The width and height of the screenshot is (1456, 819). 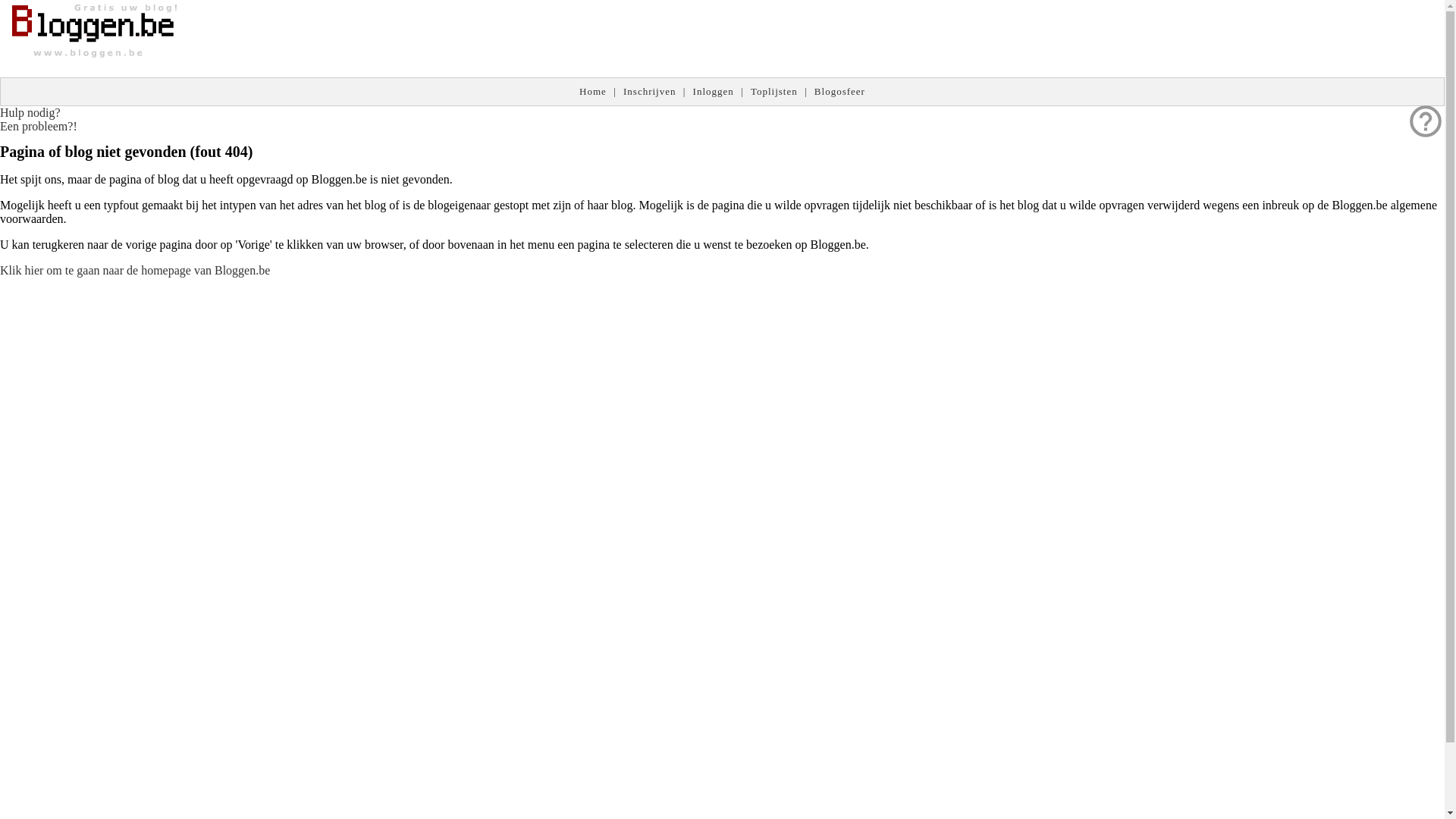 What do you see at coordinates (134, 269) in the screenshot?
I see `'Klik hier om te gaan naar de homepage van Bloggen.be'` at bounding box center [134, 269].